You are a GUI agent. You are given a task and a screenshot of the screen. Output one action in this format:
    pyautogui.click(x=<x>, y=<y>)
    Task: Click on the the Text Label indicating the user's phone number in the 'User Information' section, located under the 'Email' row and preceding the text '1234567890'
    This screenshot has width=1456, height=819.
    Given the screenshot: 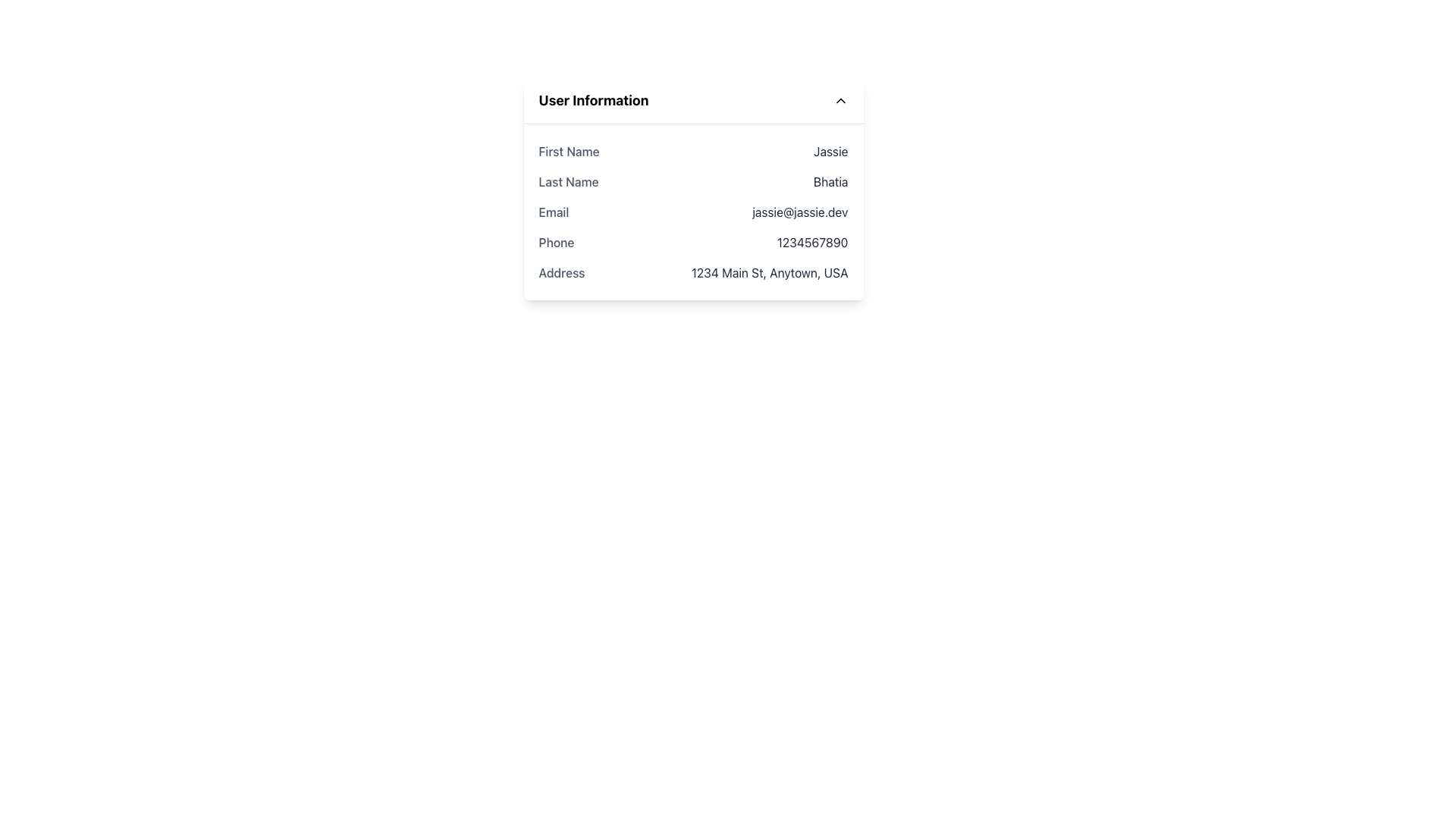 What is the action you would take?
    pyautogui.click(x=556, y=242)
    